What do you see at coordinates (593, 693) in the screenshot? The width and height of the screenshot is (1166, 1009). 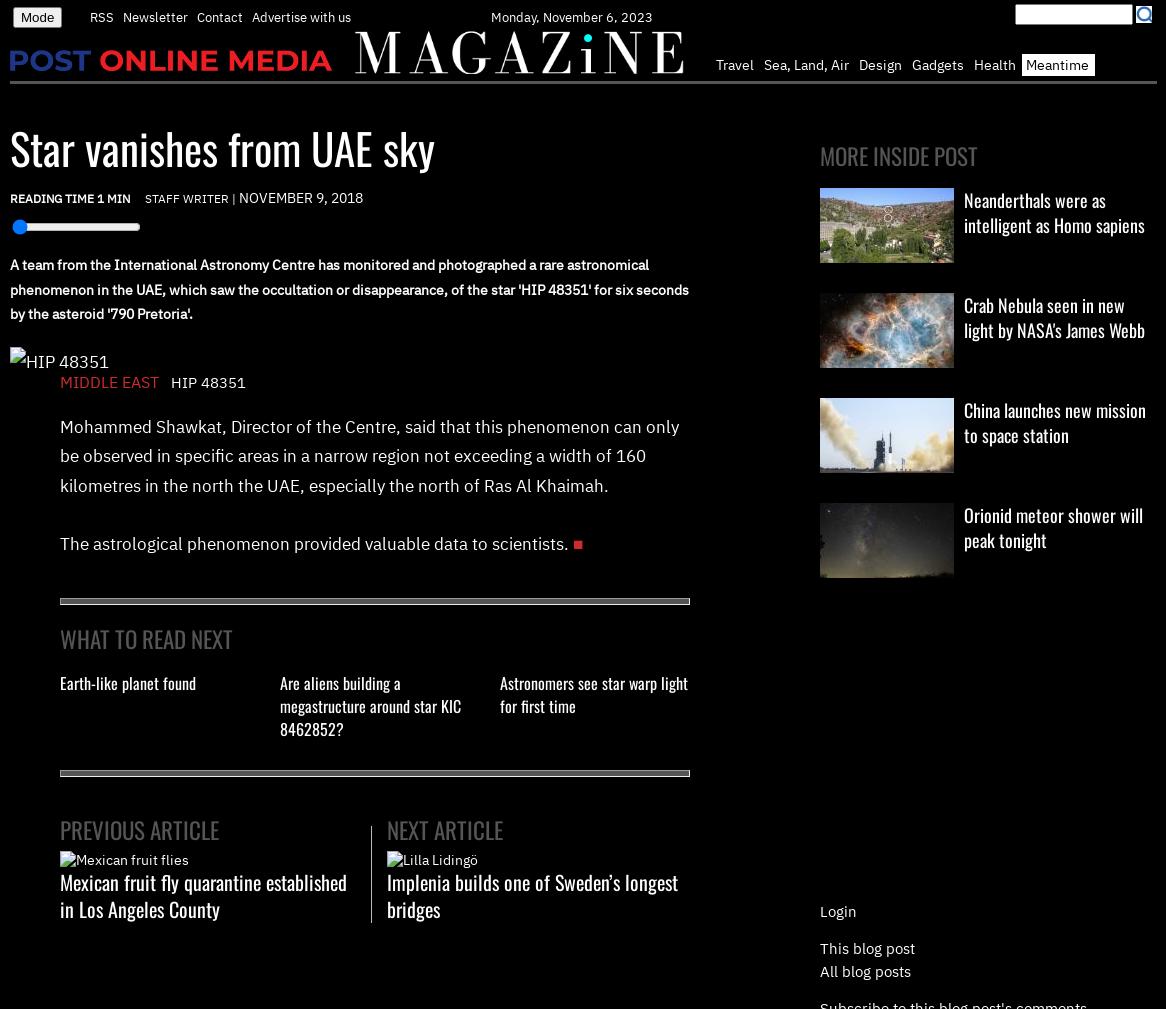 I see `'Astronomers see star warp light for first time'` at bounding box center [593, 693].